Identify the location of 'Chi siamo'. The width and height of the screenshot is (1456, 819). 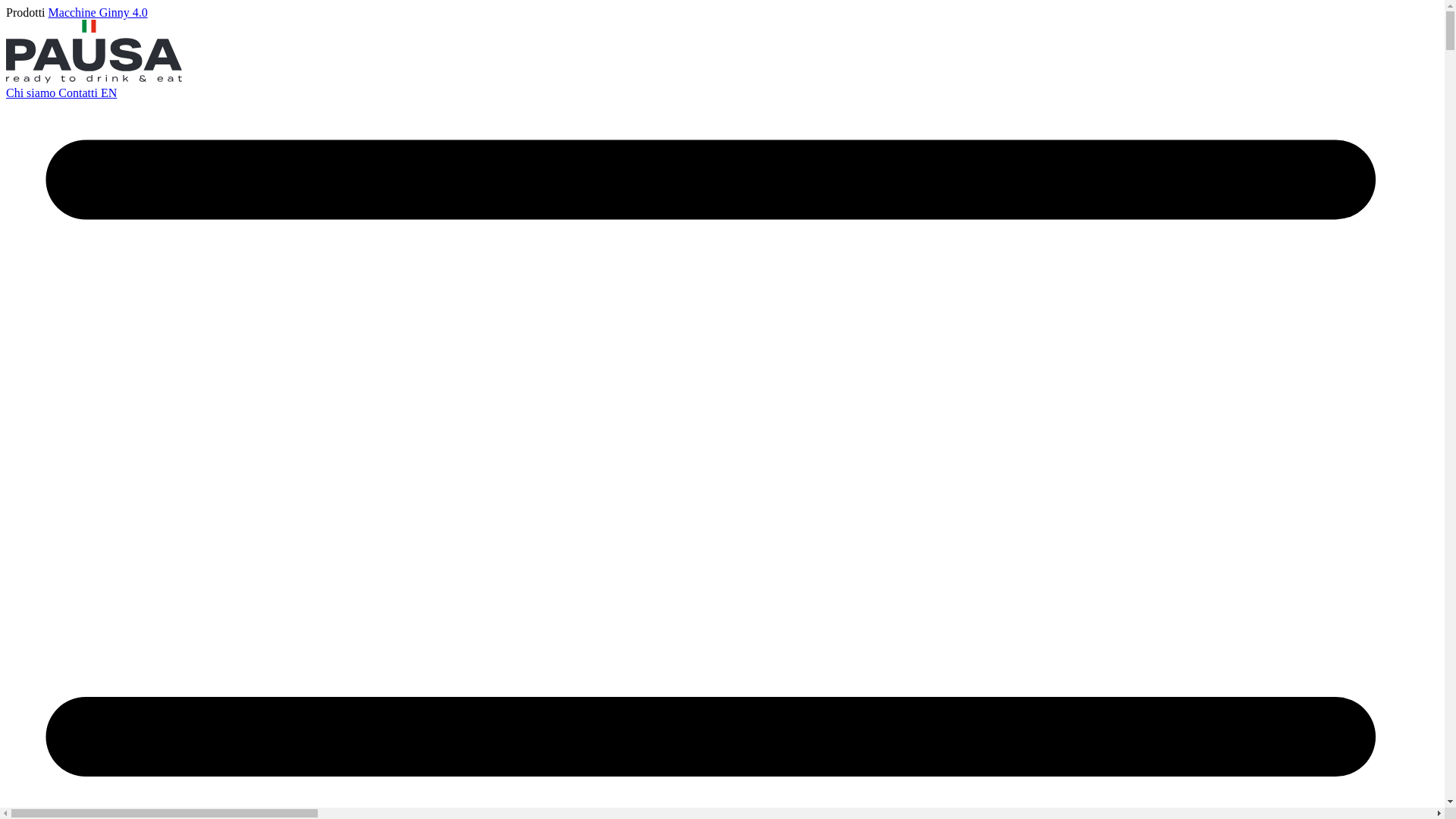
(6, 93).